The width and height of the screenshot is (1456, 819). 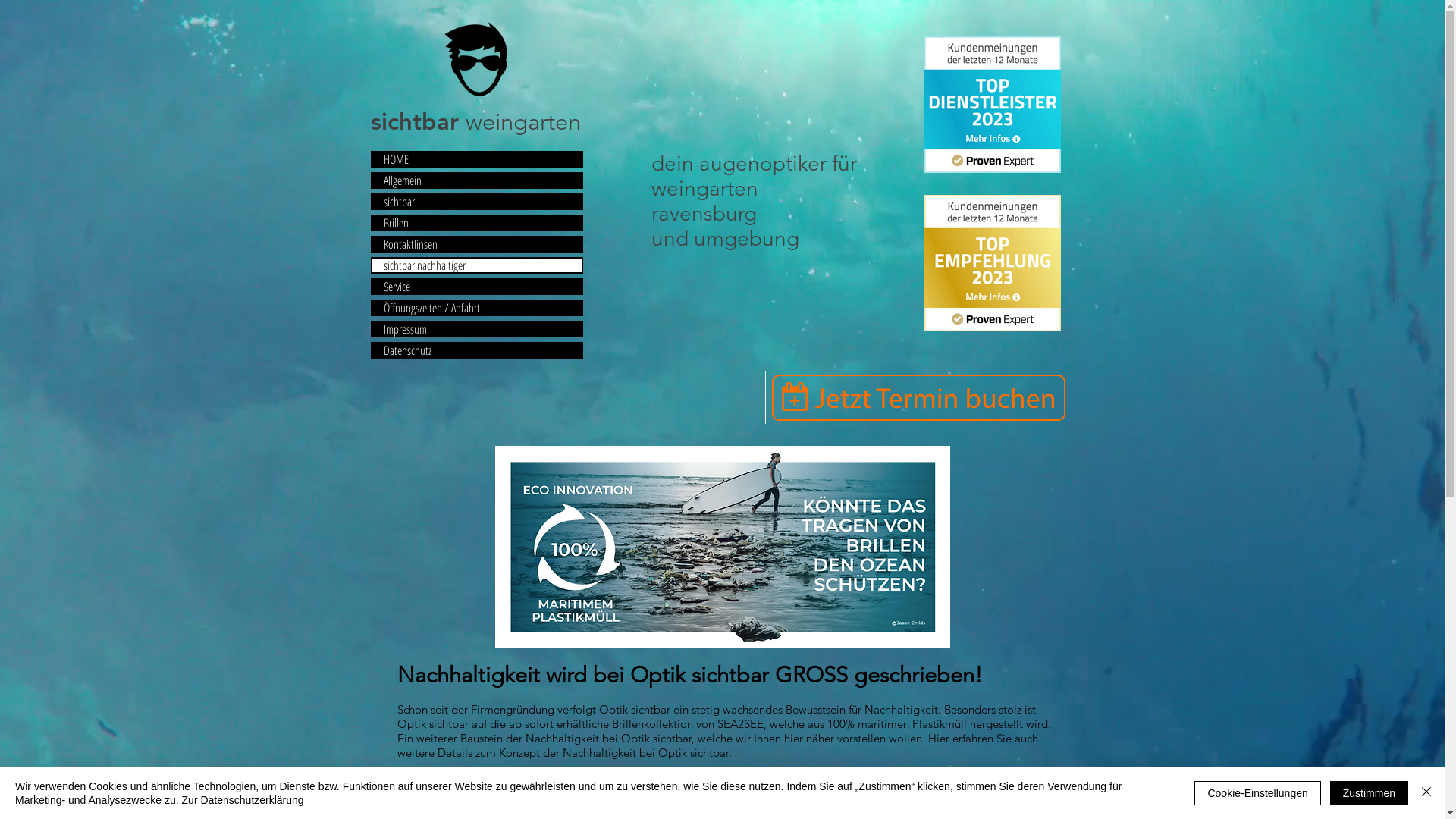 What do you see at coordinates (475, 265) in the screenshot?
I see `'sichtbar nachhaltiger'` at bounding box center [475, 265].